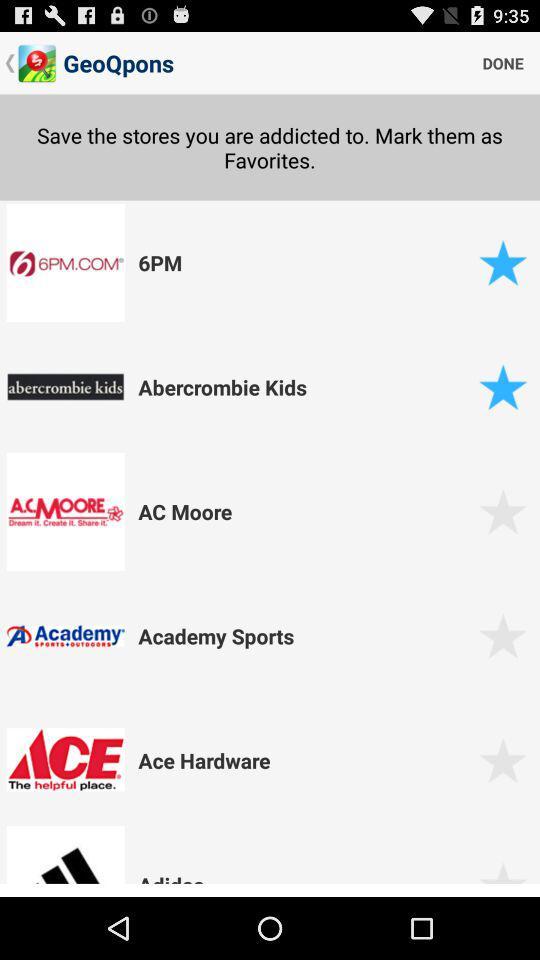 The image size is (540, 960). What do you see at coordinates (305, 510) in the screenshot?
I see `the ac moore` at bounding box center [305, 510].